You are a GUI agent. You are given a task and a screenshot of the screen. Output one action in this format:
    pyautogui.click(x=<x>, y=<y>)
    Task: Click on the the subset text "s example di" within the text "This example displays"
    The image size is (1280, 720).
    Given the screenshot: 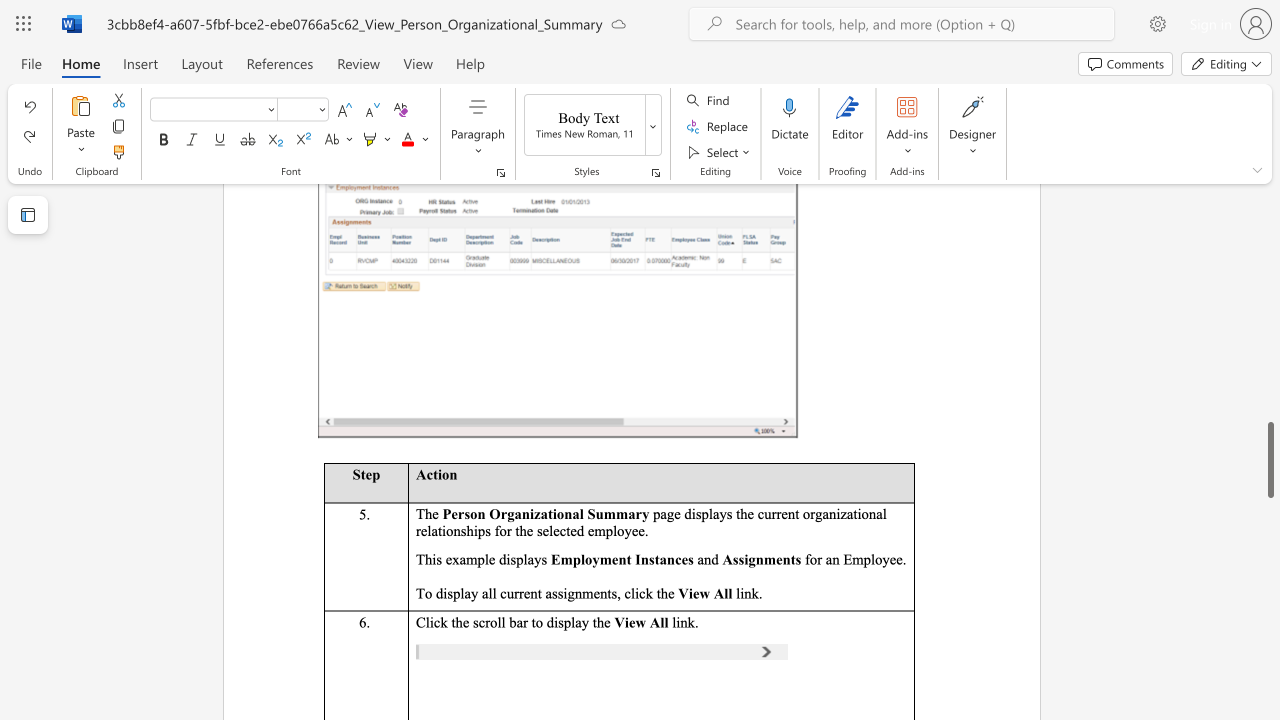 What is the action you would take?
    pyautogui.click(x=435, y=559)
    